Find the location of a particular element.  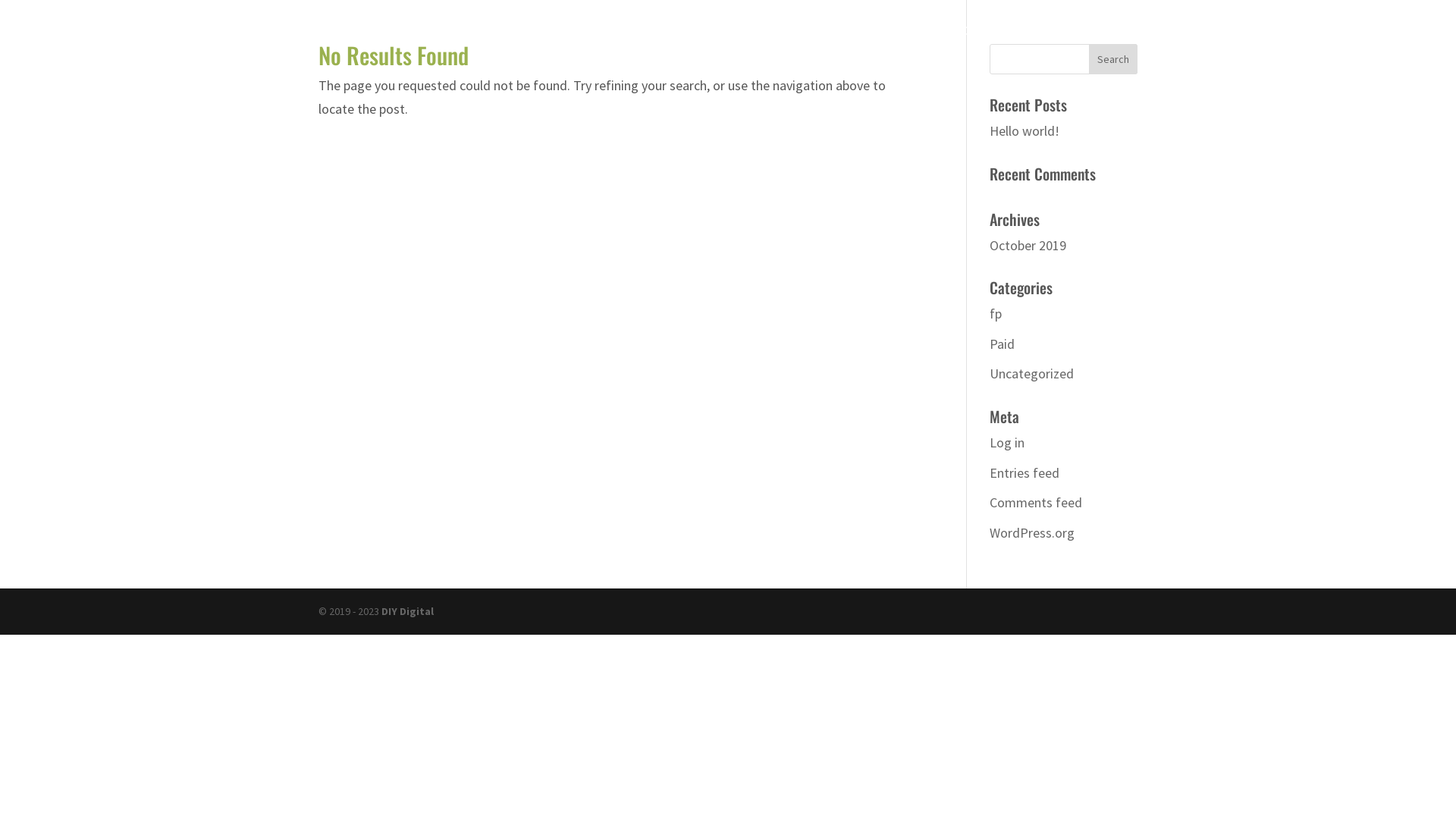

'CONTACT' is located at coordinates (1204, 42).